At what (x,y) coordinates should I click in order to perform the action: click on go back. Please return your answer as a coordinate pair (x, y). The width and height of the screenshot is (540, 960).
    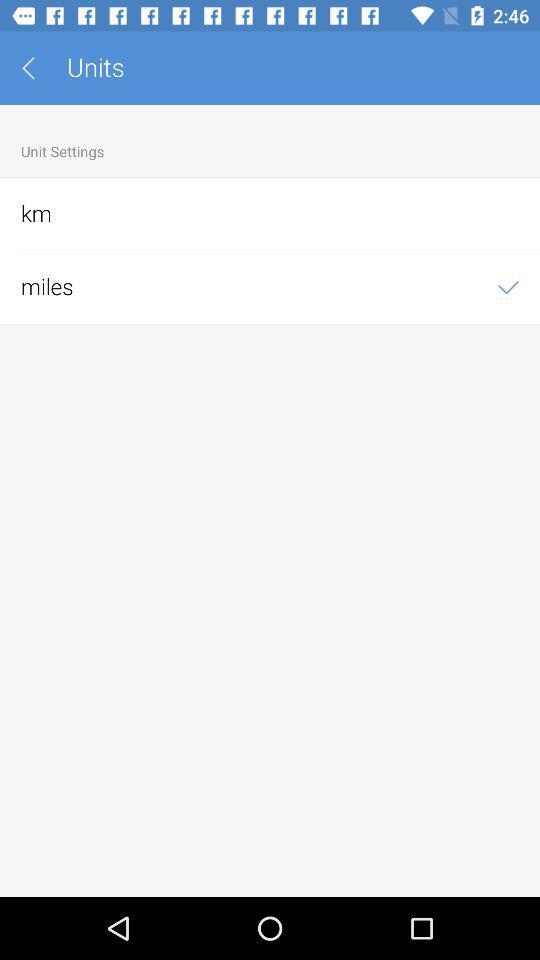
    Looking at the image, I should click on (35, 68).